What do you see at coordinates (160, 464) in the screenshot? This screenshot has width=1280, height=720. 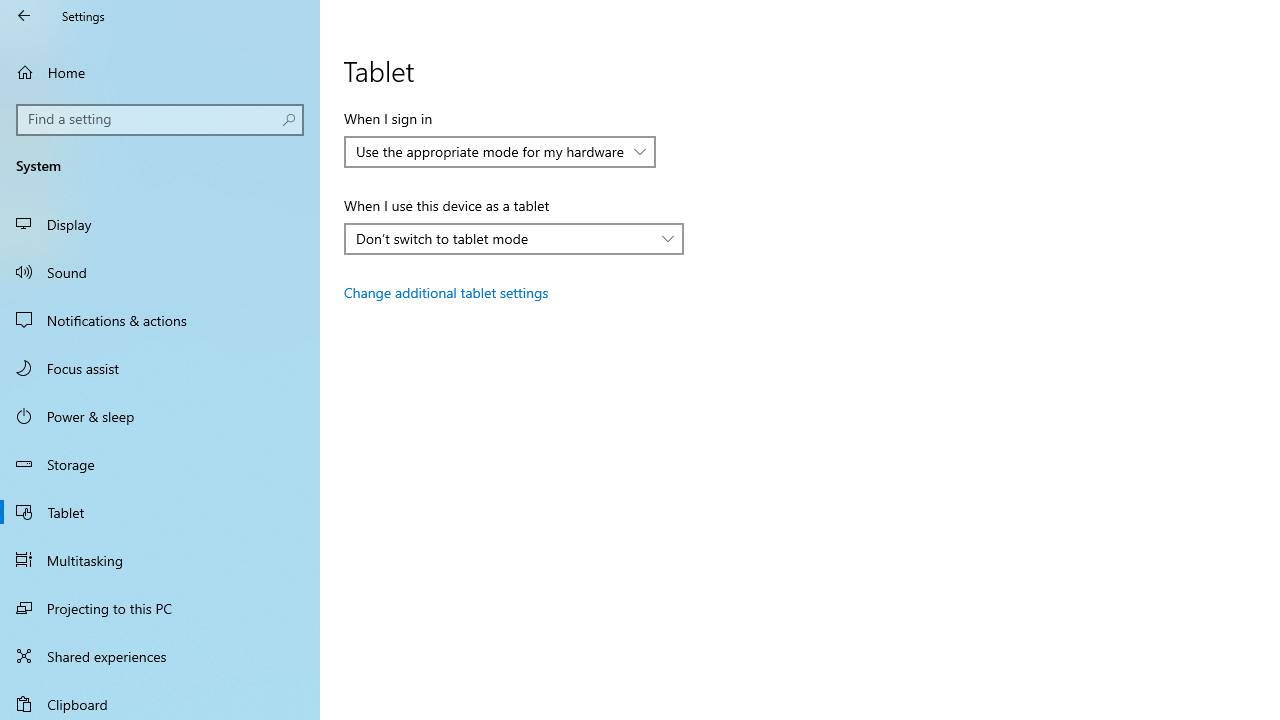 I see `'Storage'` at bounding box center [160, 464].